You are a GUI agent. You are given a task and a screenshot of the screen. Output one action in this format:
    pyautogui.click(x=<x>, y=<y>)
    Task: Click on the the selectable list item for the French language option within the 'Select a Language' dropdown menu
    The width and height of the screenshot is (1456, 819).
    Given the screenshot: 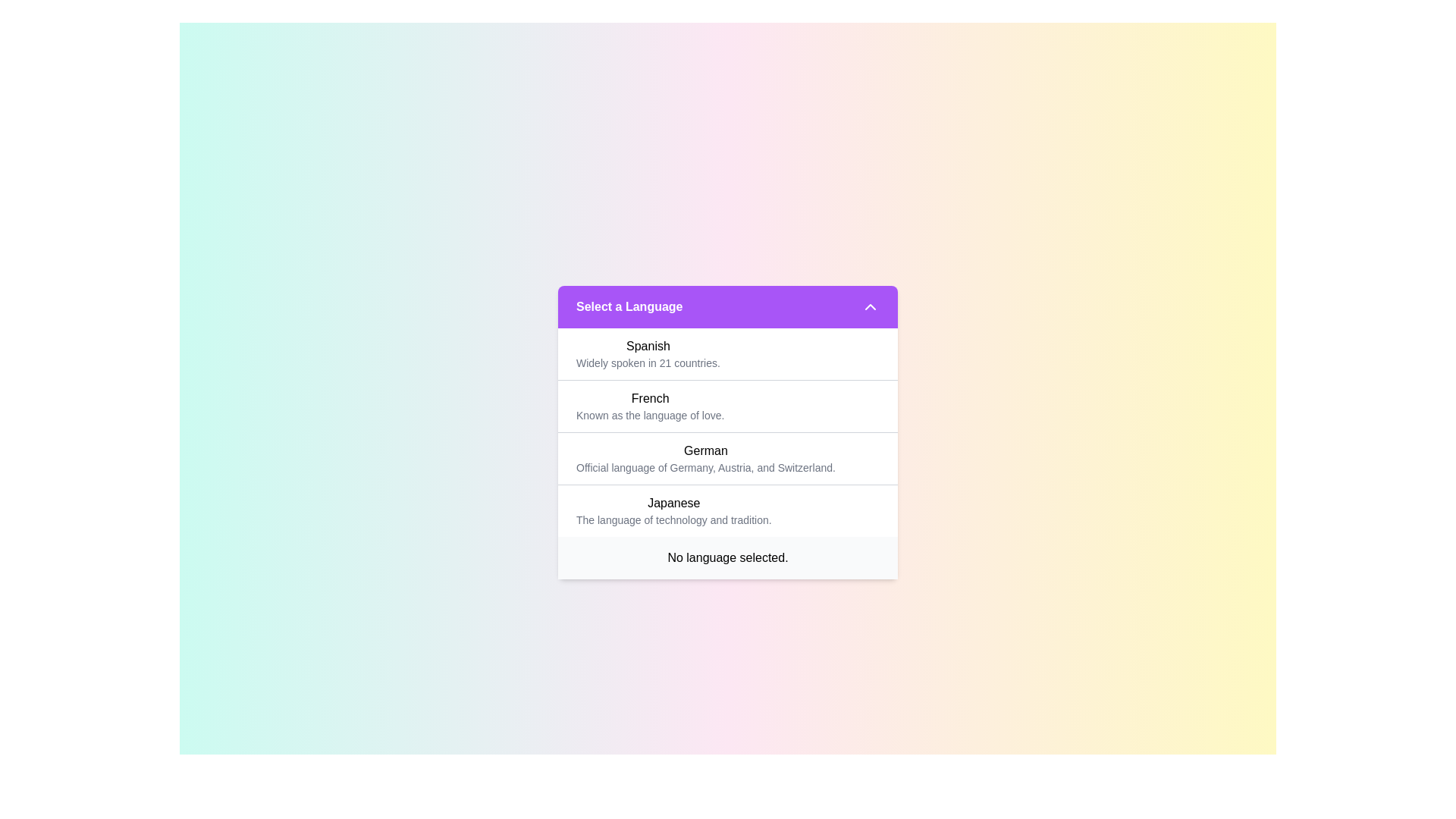 What is the action you would take?
    pyautogui.click(x=650, y=405)
    